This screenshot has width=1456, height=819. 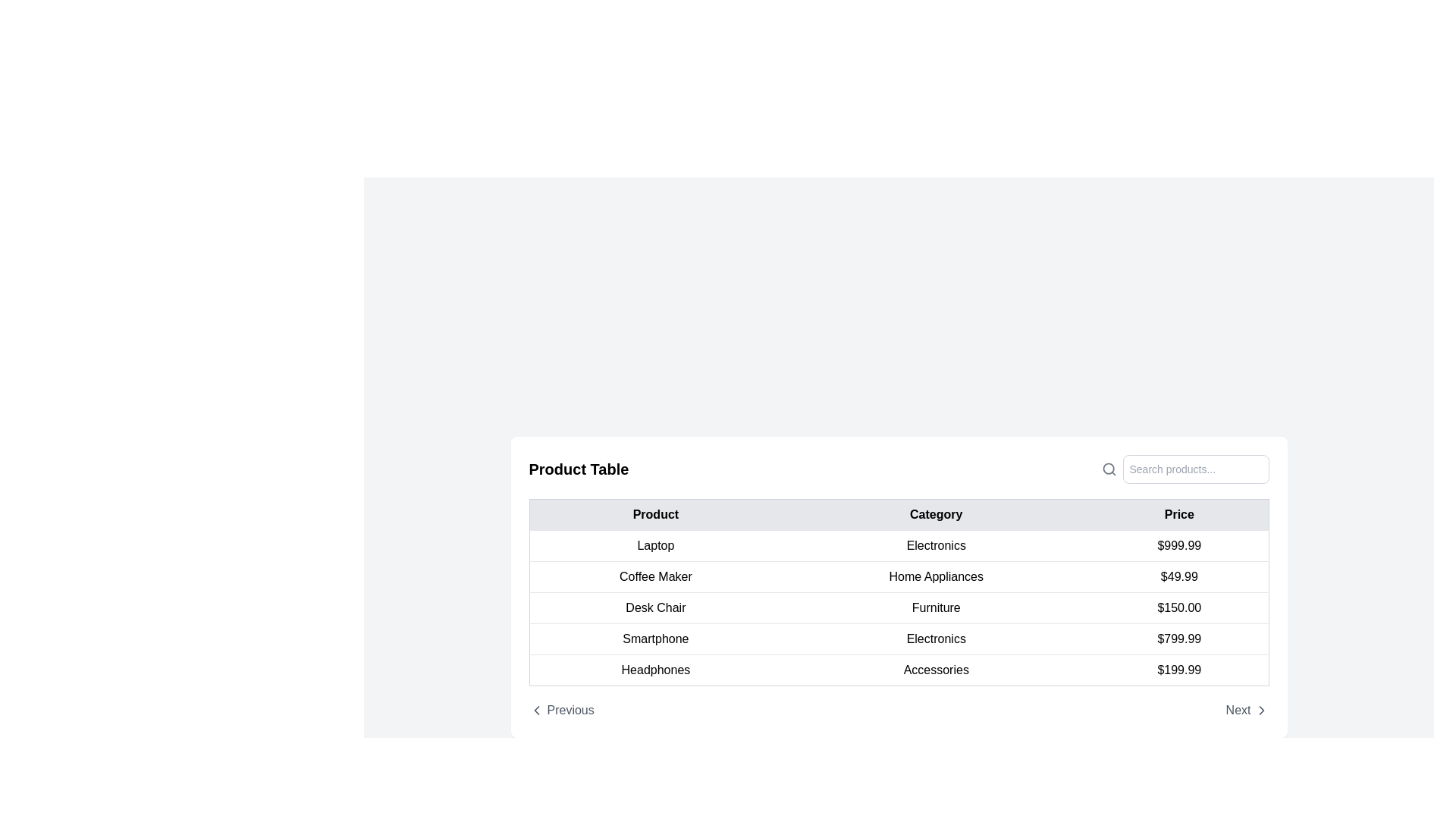 What do you see at coordinates (655, 669) in the screenshot?
I see `the text label displaying 'Headphones' located in the last row of the 'Product' column in the table` at bounding box center [655, 669].